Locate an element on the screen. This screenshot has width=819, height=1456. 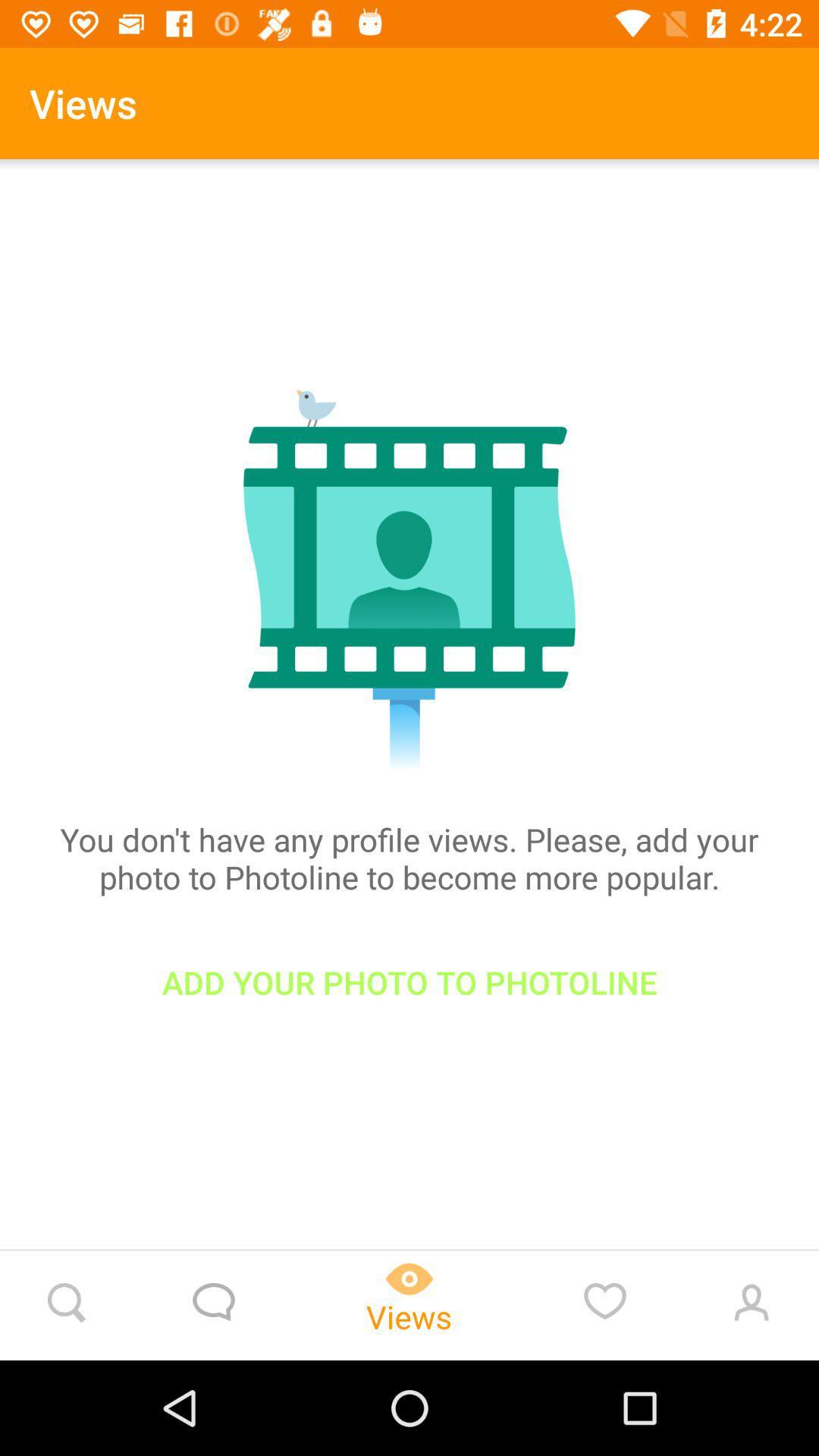
the play icon is located at coordinates (409, 1305).